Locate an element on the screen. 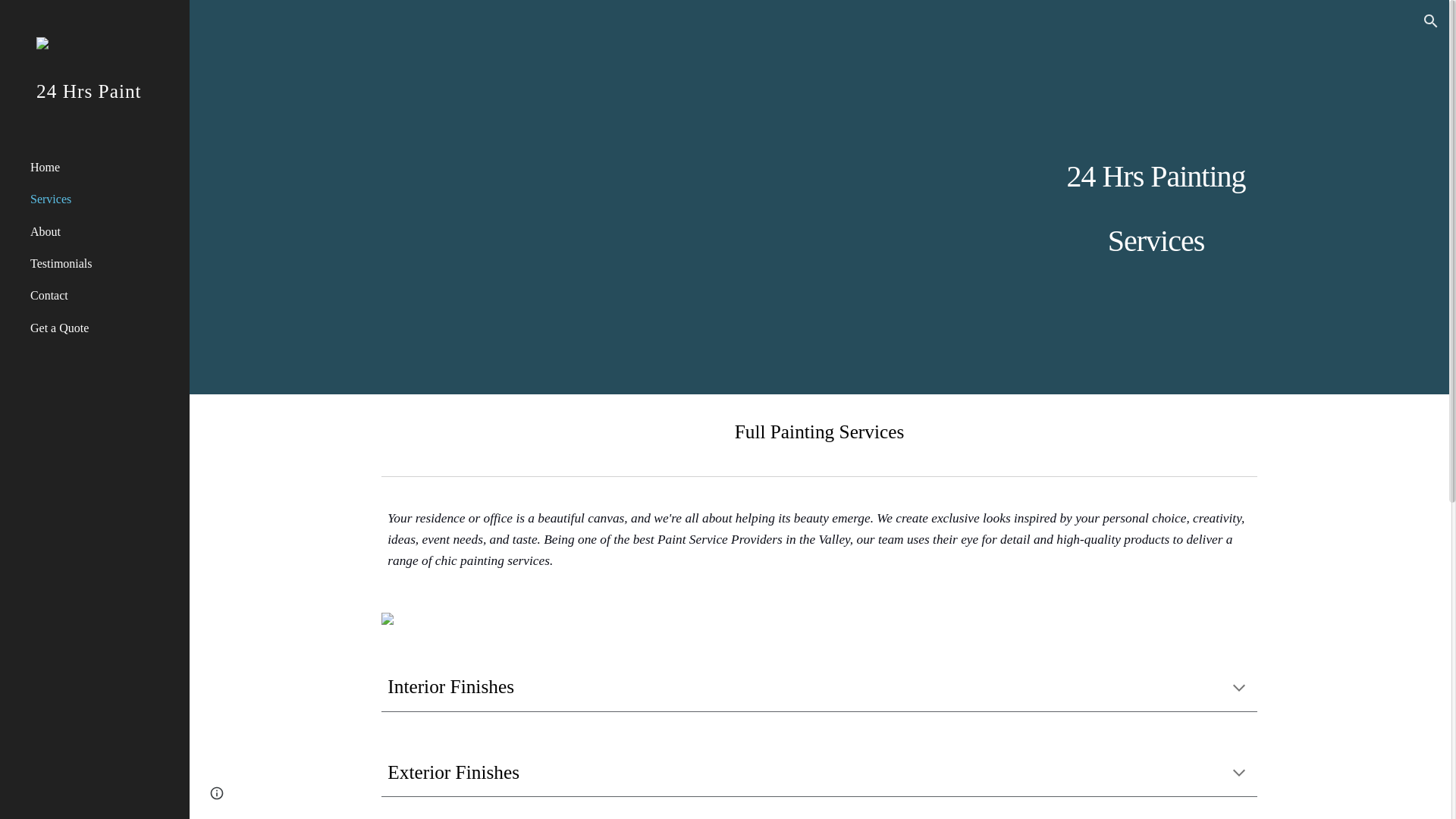 This screenshot has height=819, width=1456. 'About' is located at coordinates (103, 231).